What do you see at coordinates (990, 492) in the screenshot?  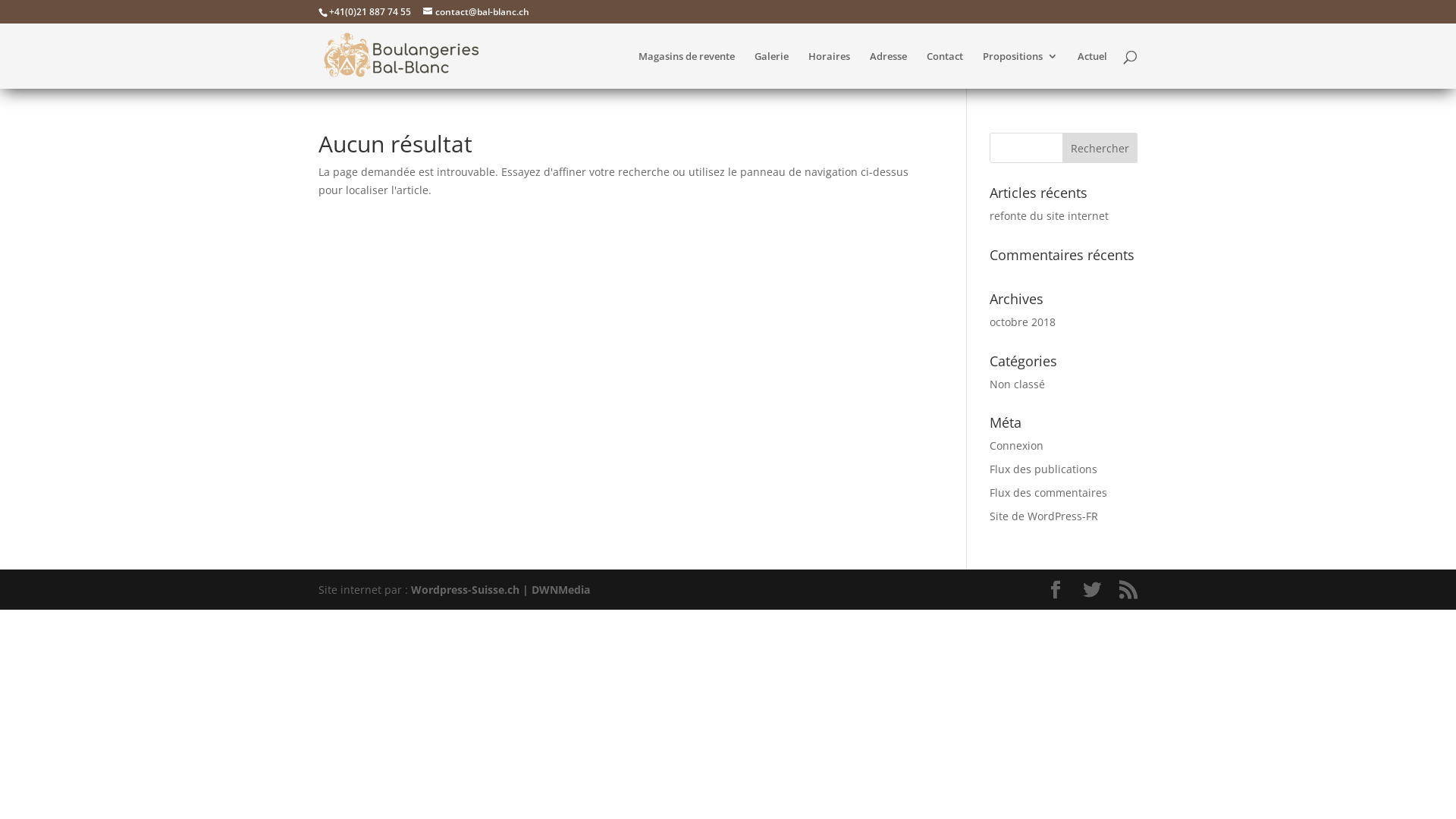 I see `'Flux des commentaires'` at bounding box center [990, 492].